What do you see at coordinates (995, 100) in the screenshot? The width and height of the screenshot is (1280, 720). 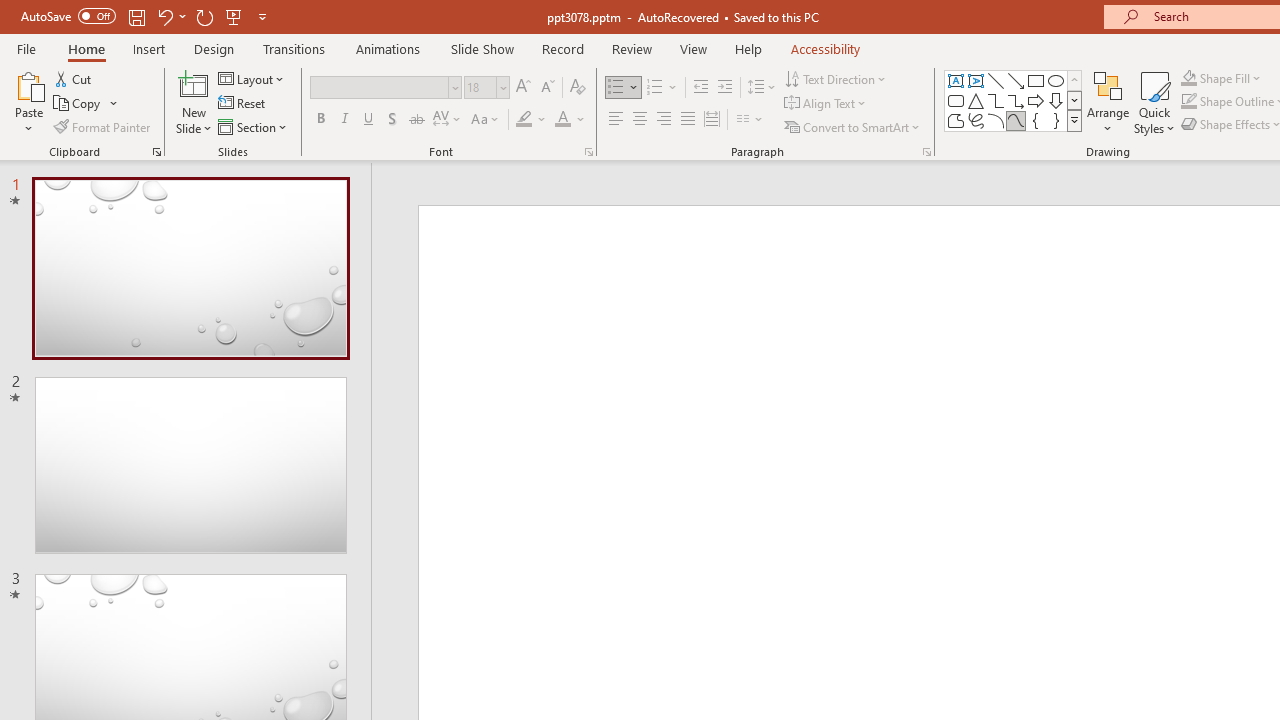 I see `'Connector: Elbow'` at bounding box center [995, 100].